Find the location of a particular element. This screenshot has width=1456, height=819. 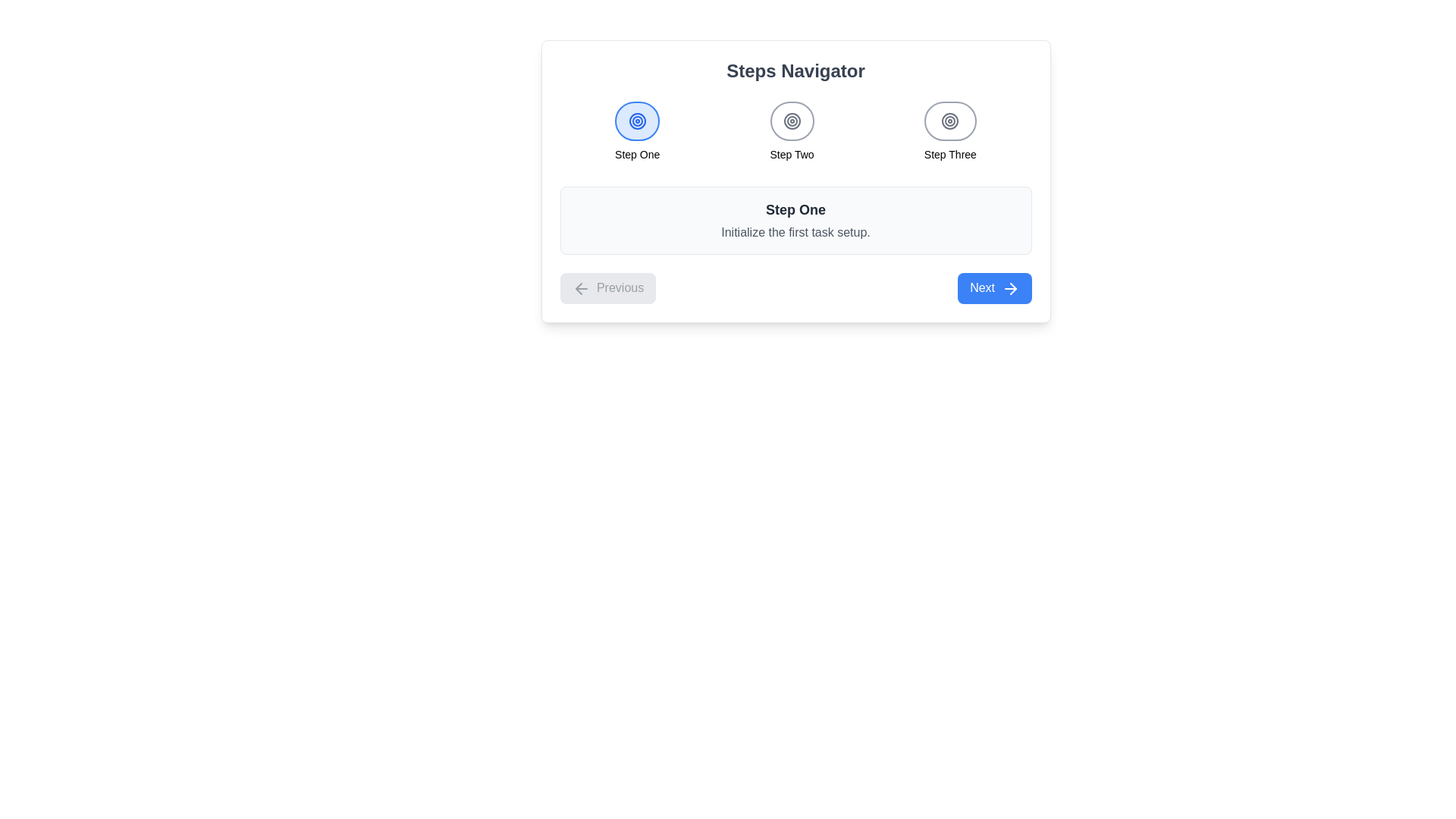

the informational card that provides details about the first step in the process, located under the 'Steps Navigator' section is located at coordinates (795, 220).